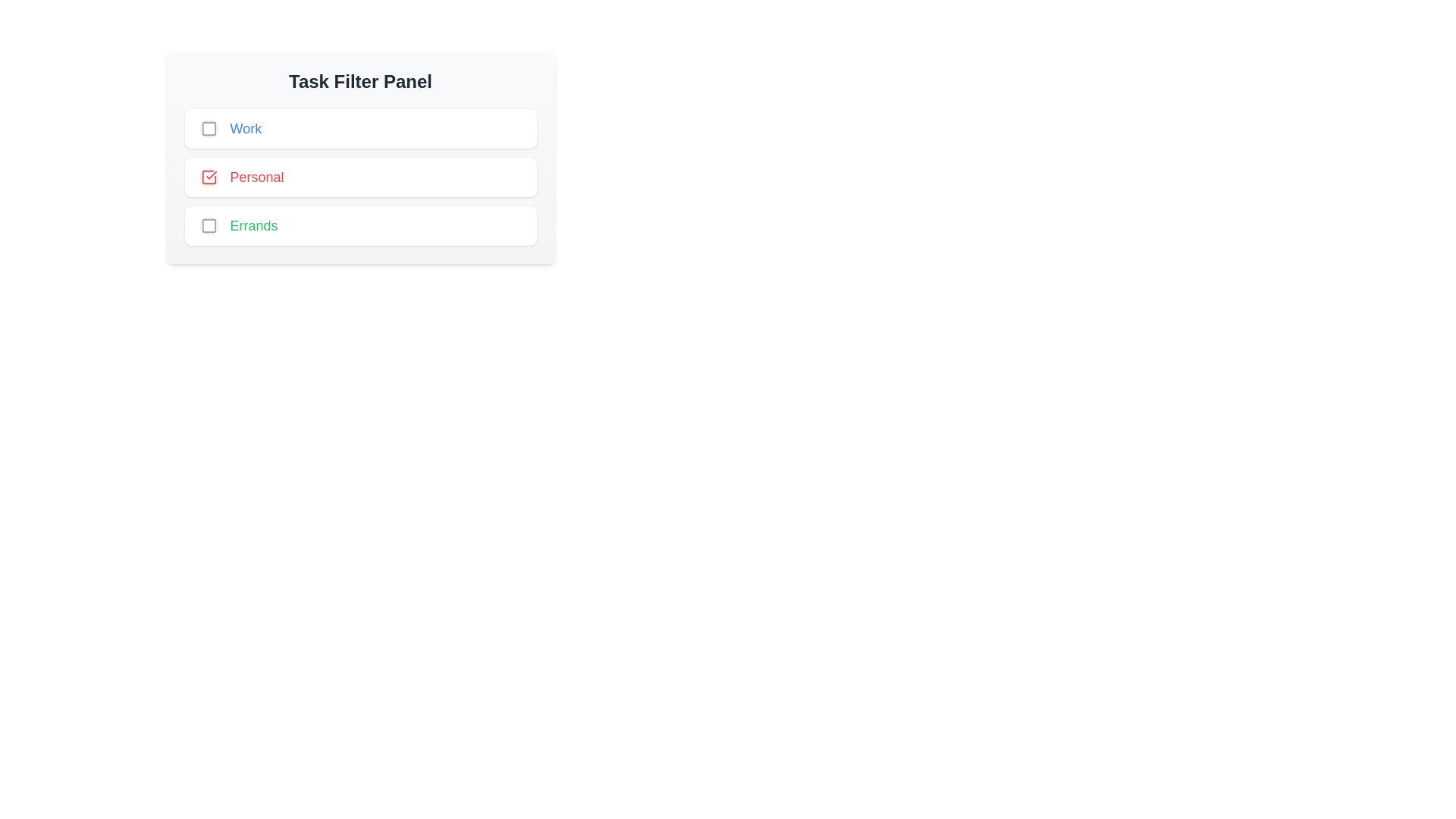 Image resolution: width=1456 pixels, height=819 pixels. What do you see at coordinates (208, 225) in the screenshot?
I see `the selection state icon, which is a small inner rectangle within a bordered square, located in the 'Errands' row` at bounding box center [208, 225].